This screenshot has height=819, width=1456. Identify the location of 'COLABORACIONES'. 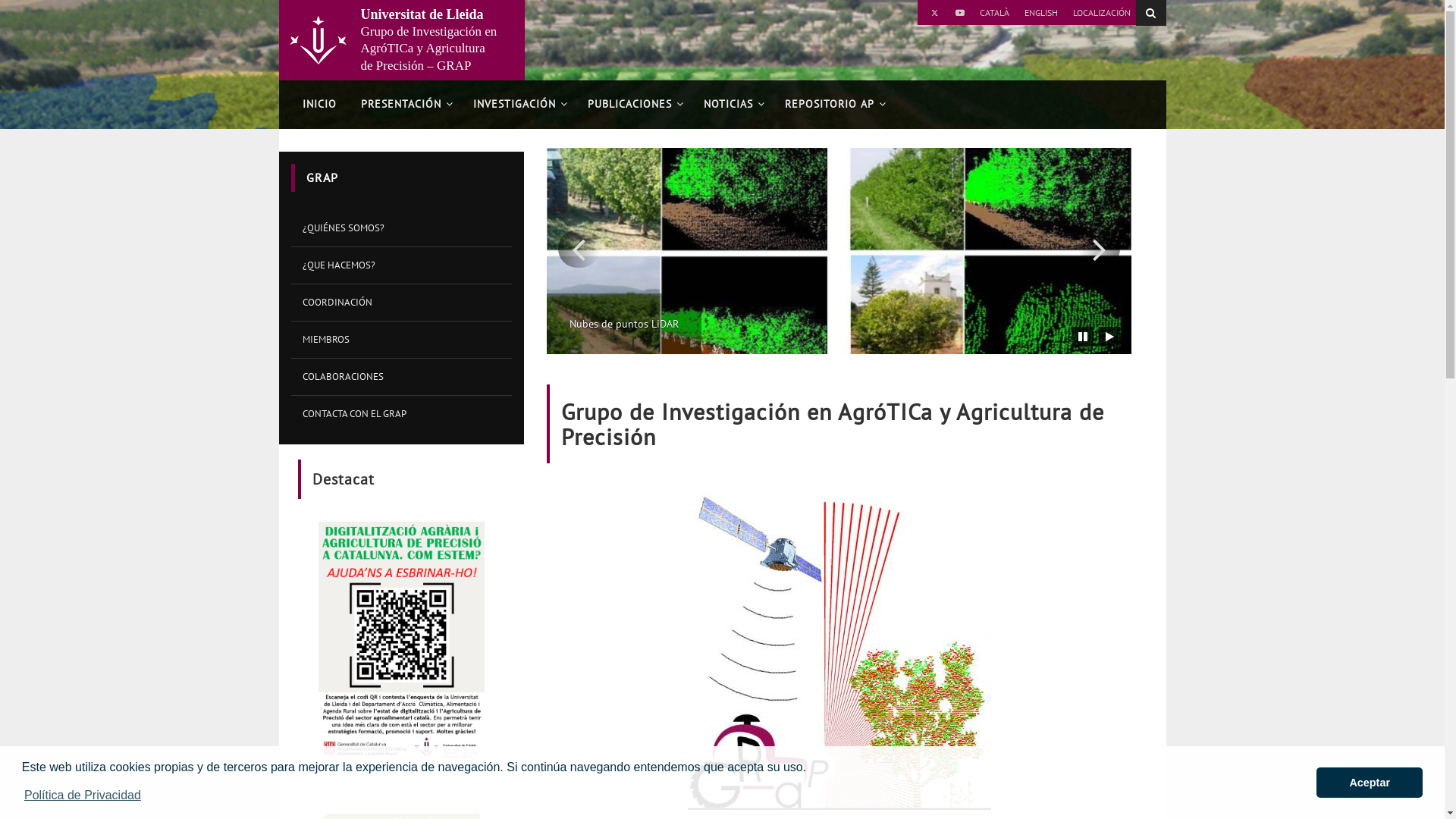
(401, 375).